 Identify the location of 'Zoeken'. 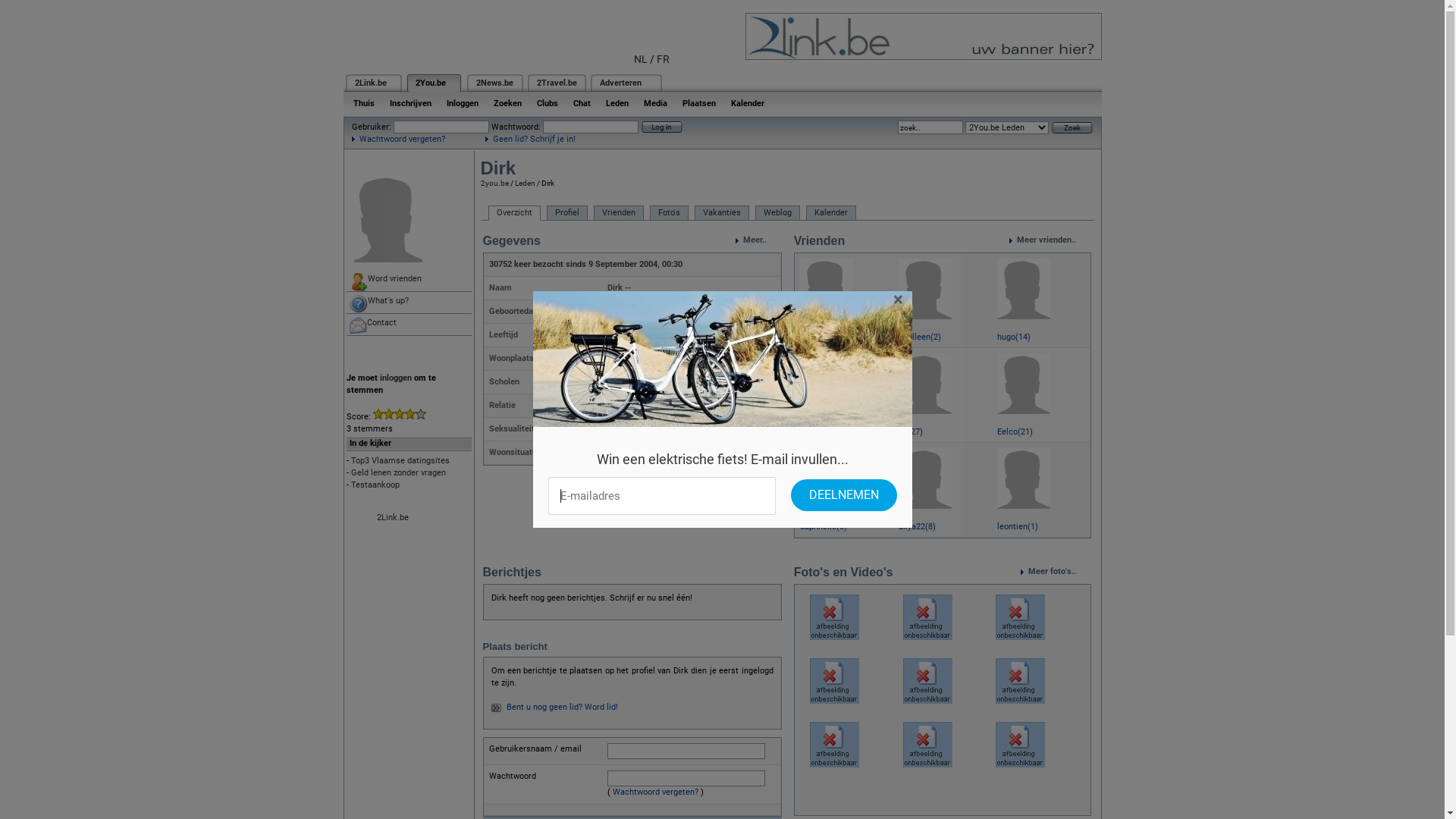
(484, 102).